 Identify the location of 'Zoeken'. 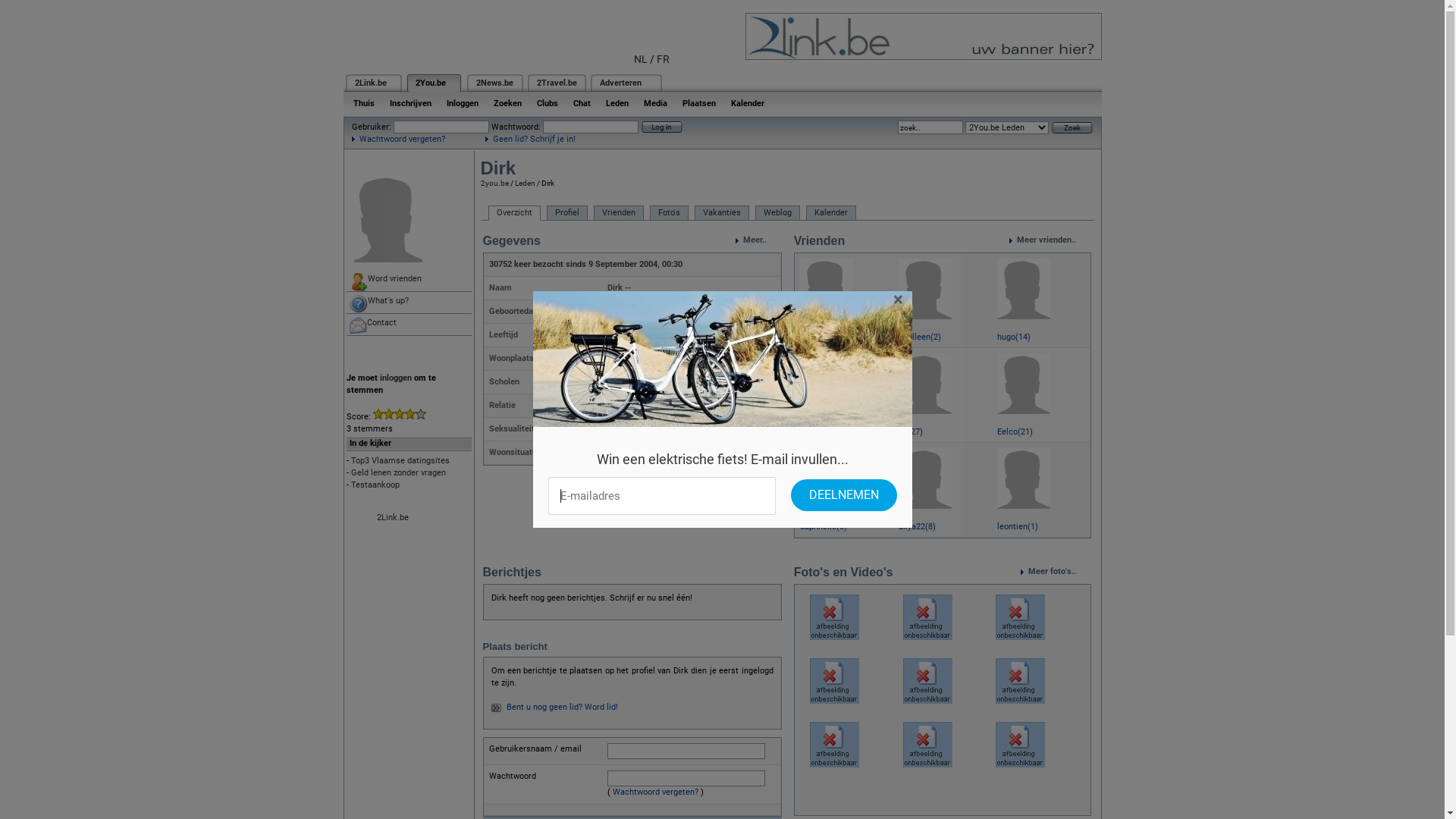
(484, 102).